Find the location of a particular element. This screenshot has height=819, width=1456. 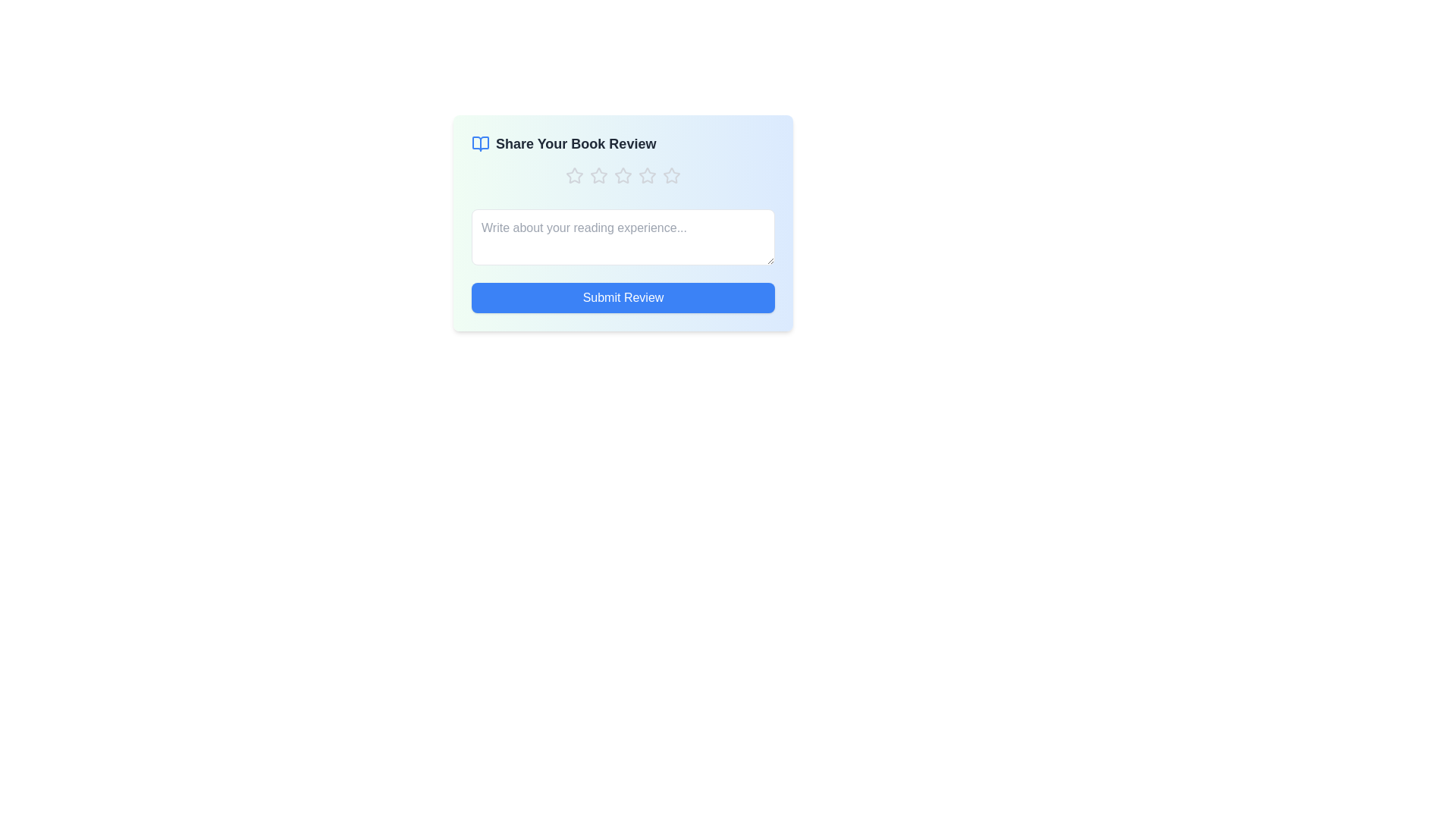

the 'Submit Review' button to submit the review is located at coordinates (623, 298).